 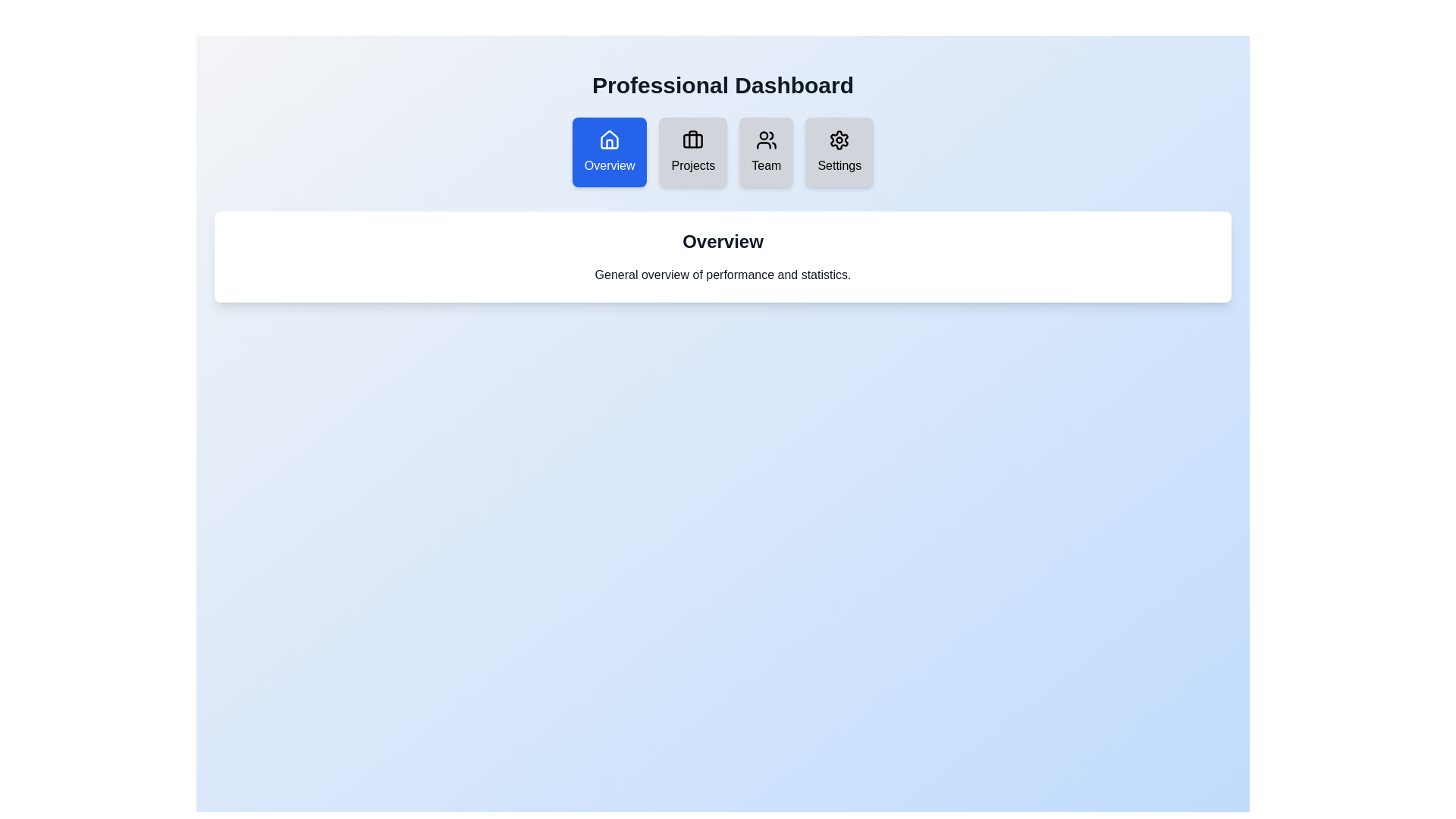 I want to click on the Overview tab by clicking on it, so click(x=610, y=152).